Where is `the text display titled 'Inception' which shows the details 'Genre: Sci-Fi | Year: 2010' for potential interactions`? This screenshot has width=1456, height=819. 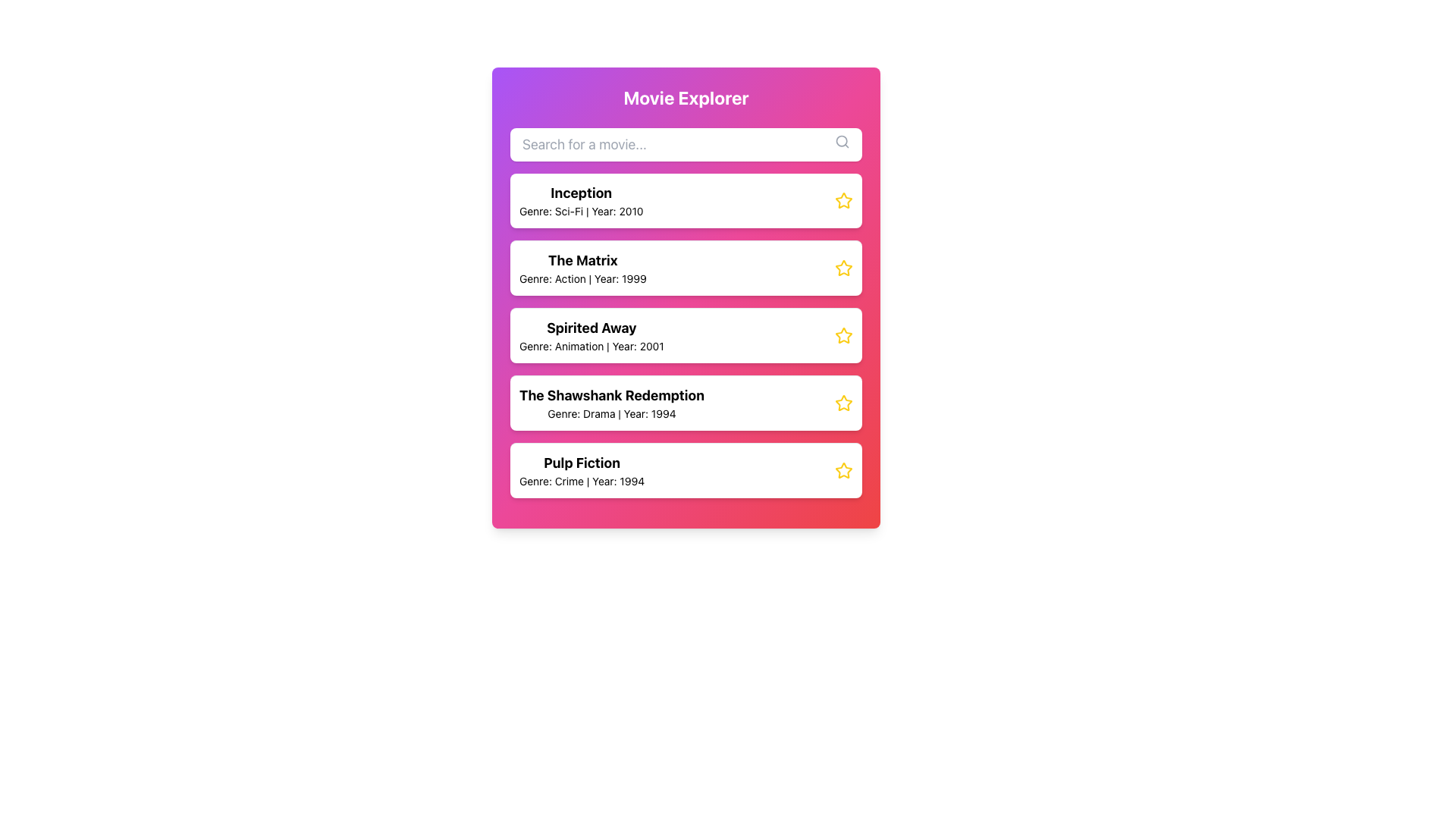
the text display titled 'Inception' which shows the details 'Genre: Sci-Fi | Year: 2010' for potential interactions is located at coordinates (580, 200).